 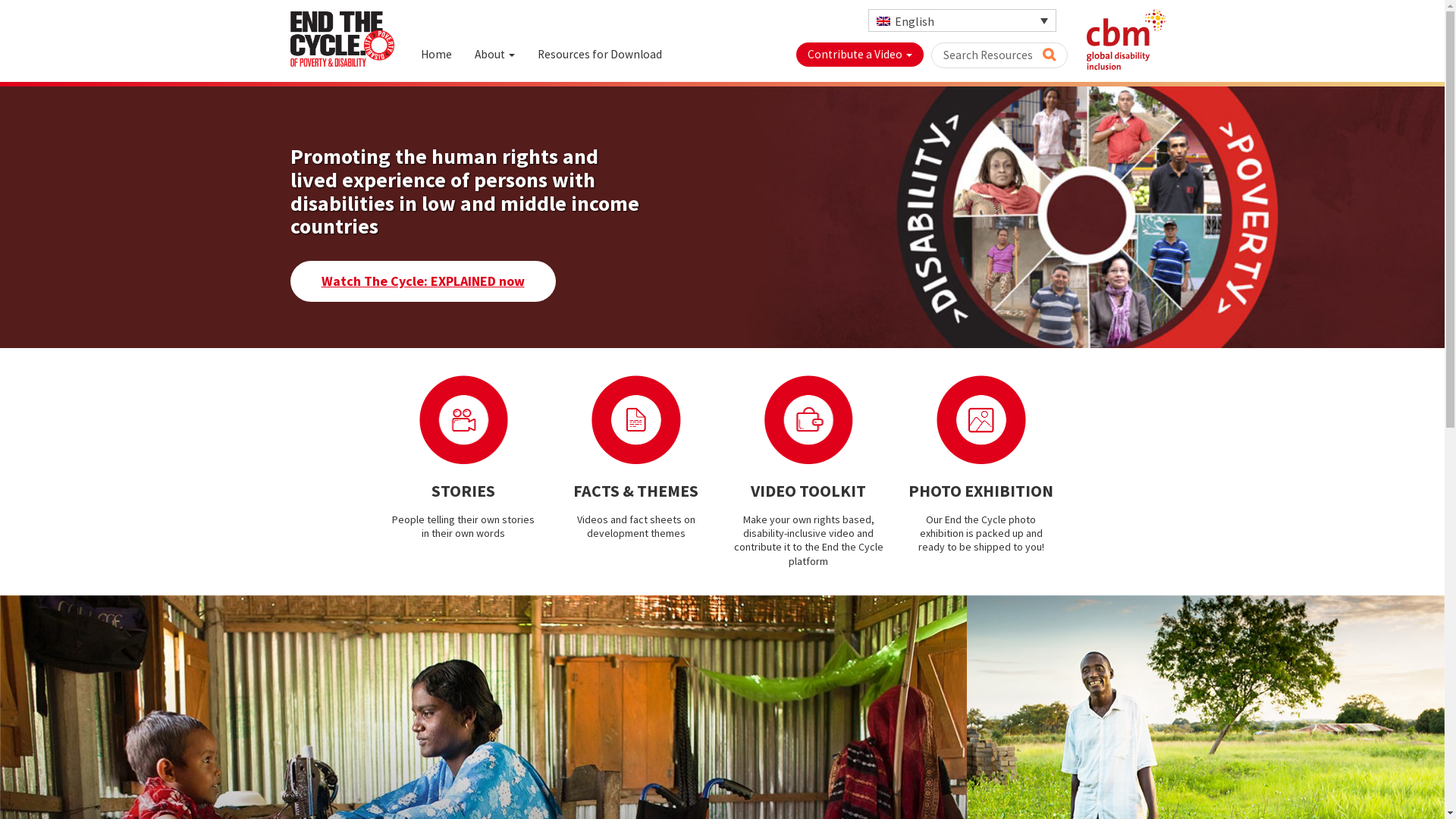 What do you see at coordinates (435, 54) in the screenshot?
I see `'Home'` at bounding box center [435, 54].